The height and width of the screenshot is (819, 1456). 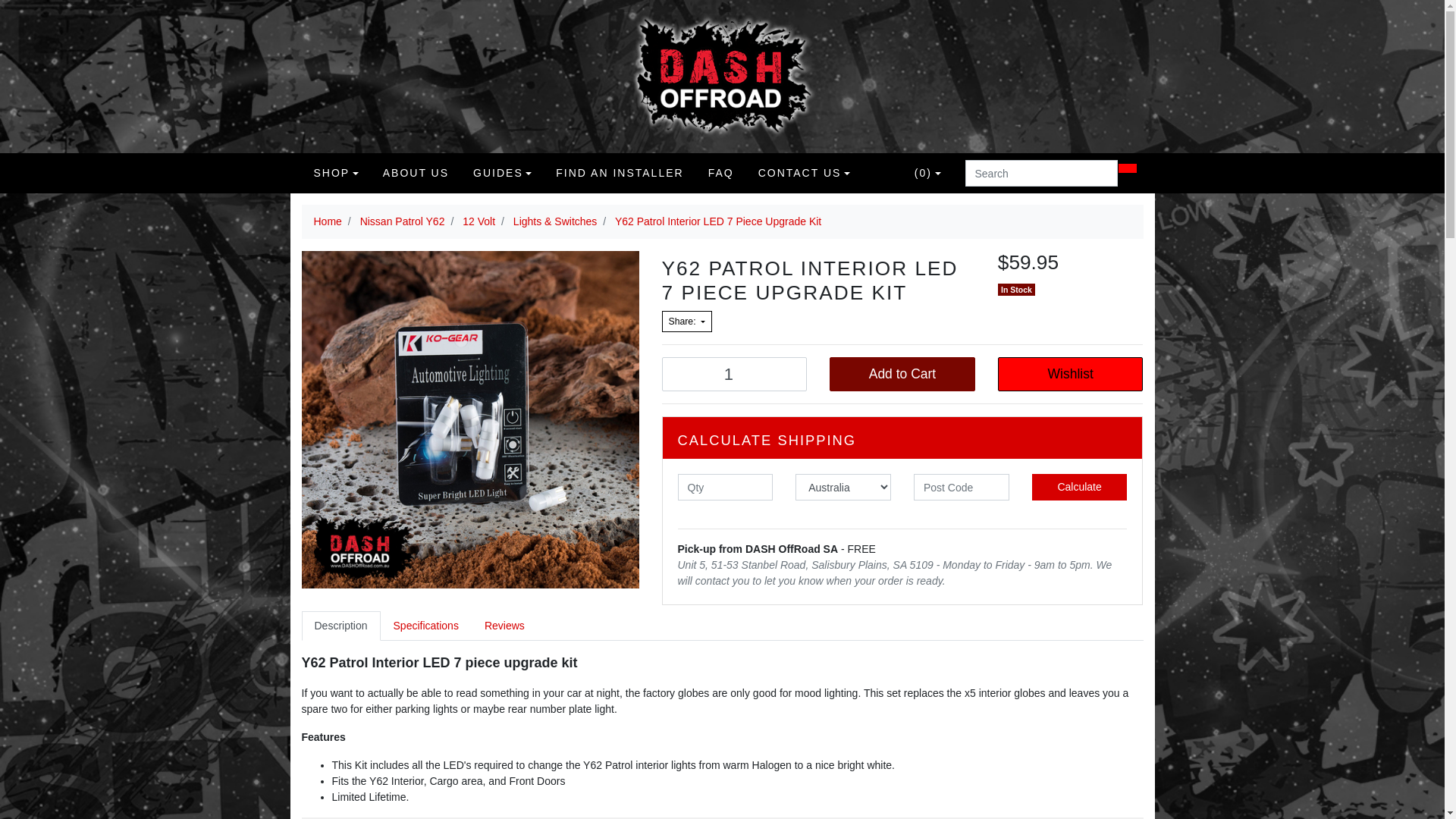 What do you see at coordinates (927, 172) in the screenshot?
I see `'(0)'` at bounding box center [927, 172].